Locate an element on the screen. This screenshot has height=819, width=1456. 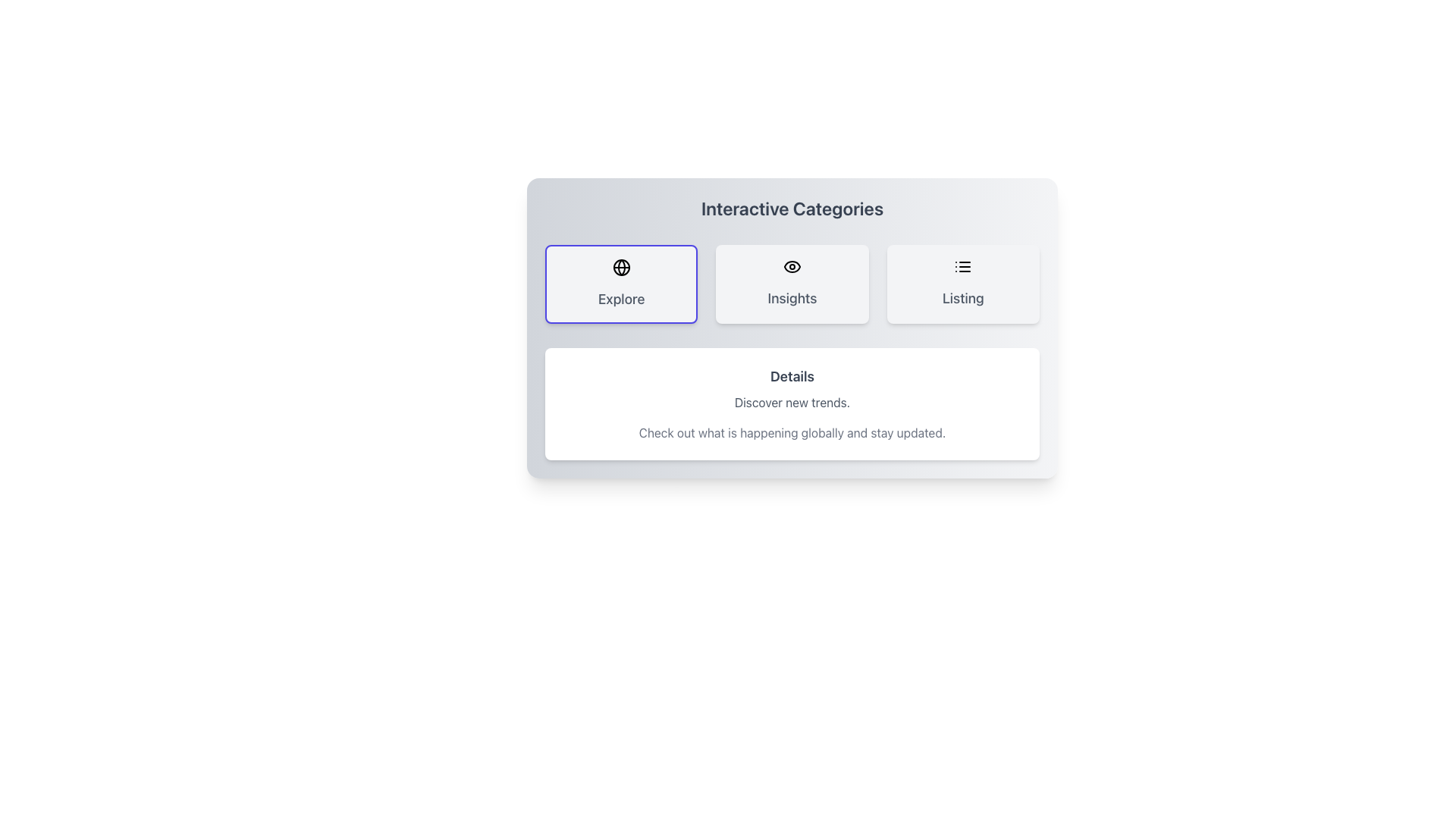
the circular globe icon located at the top-center of the 'Explore' card, which features a grid-like pattern and represents a world map is located at coordinates (621, 267).